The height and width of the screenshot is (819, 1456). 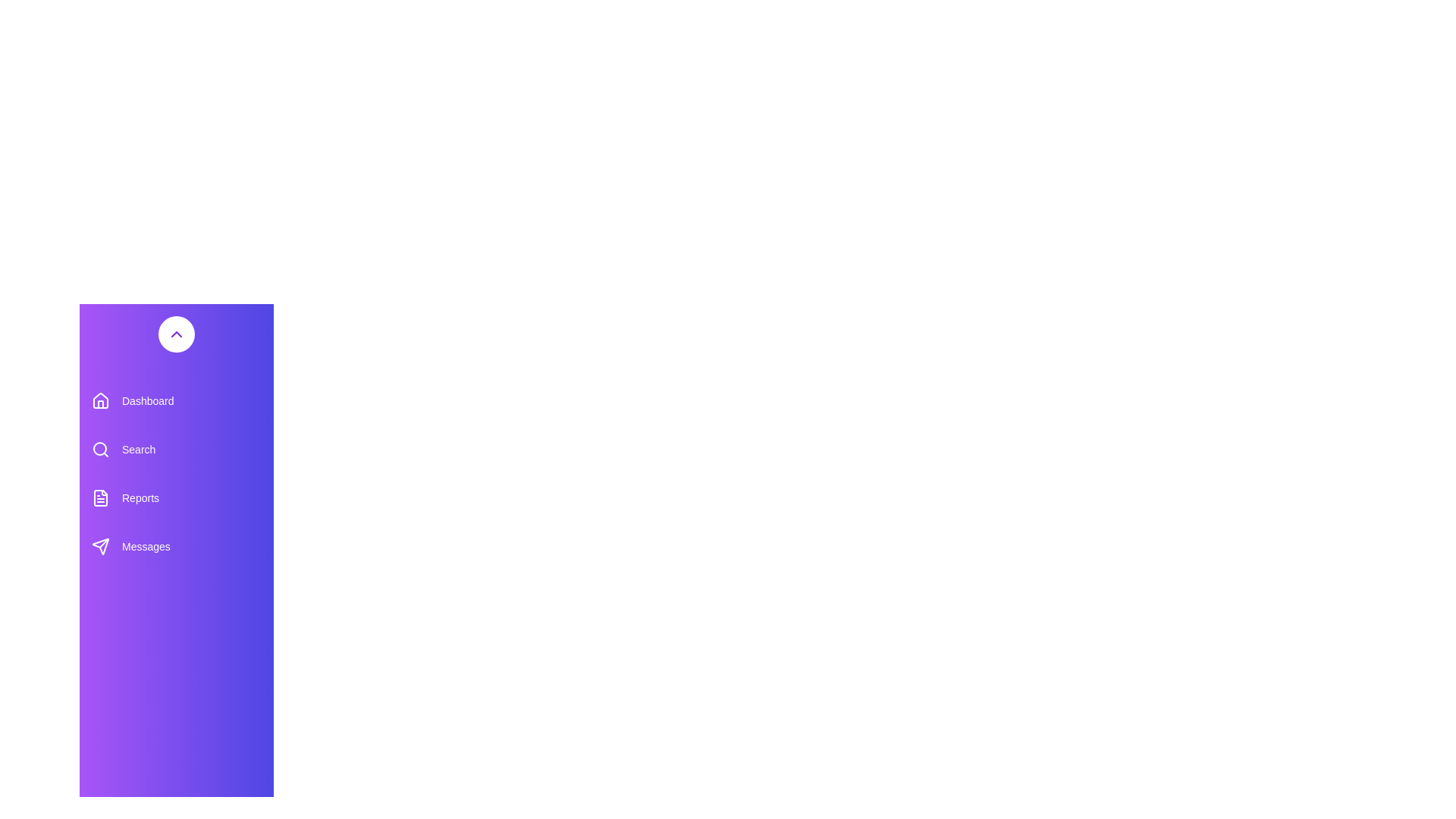 What do you see at coordinates (100, 400) in the screenshot?
I see `the house-shaped icon button with a minimalist outline and white color, located within a purple circular background, which is next to the 'Dashboard' text label in the vertical navigation menu` at bounding box center [100, 400].